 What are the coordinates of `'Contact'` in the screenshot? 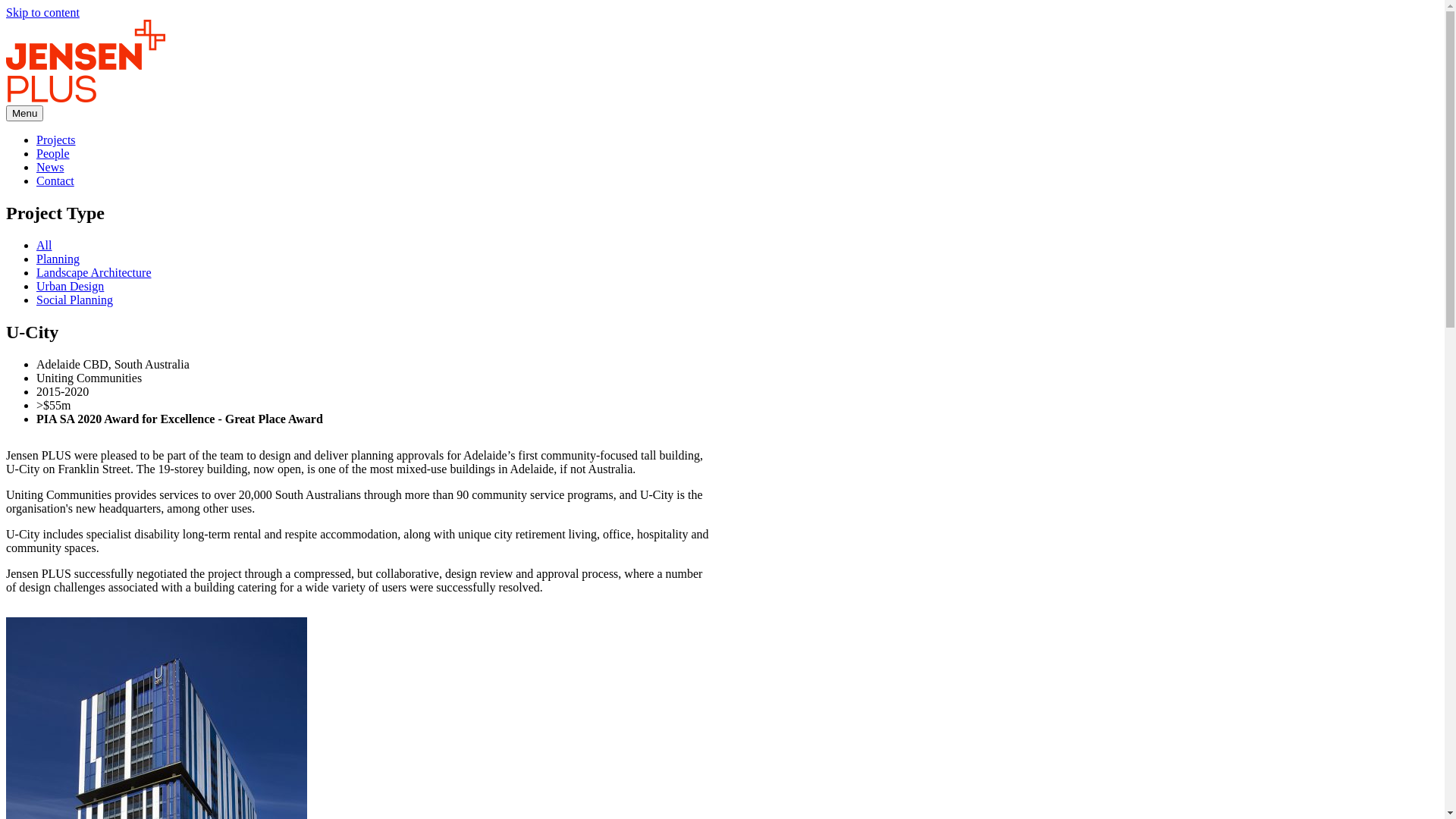 It's located at (55, 180).